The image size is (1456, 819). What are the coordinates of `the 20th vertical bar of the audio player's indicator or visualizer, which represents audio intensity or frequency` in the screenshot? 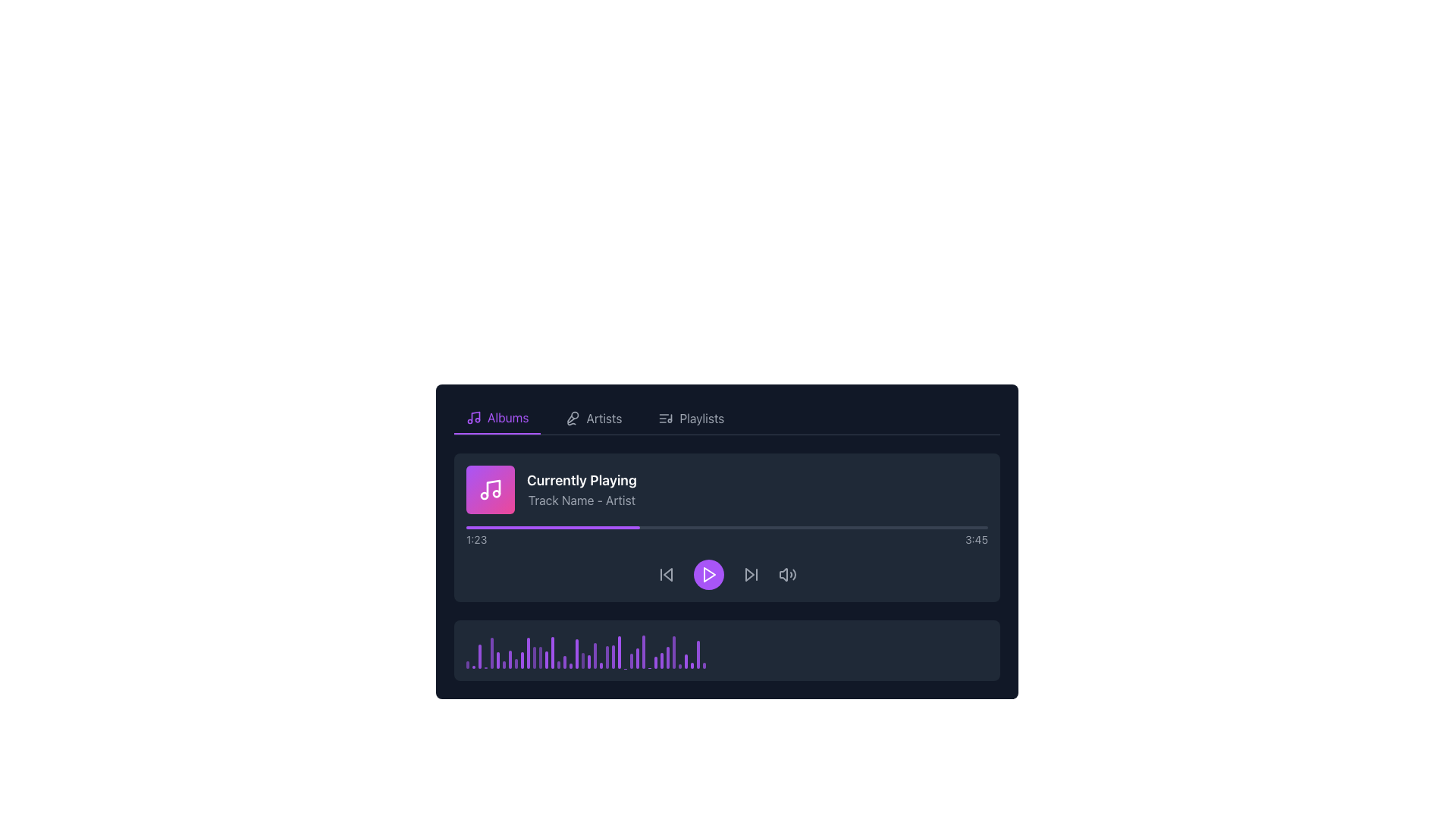 It's located at (582, 660).